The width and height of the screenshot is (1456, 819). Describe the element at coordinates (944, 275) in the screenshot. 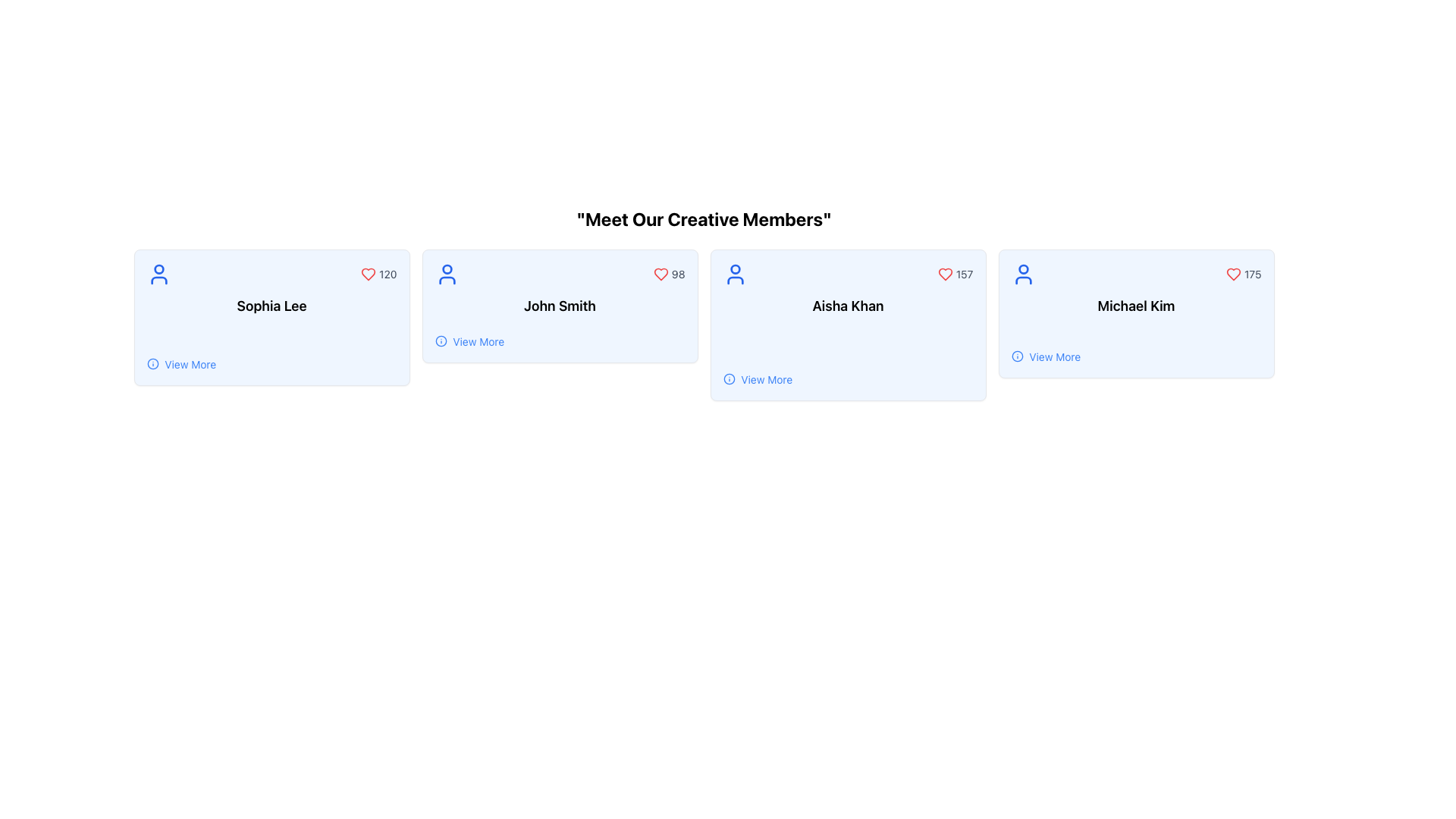

I see `the like icon located at the top-right corner of the card labeled 'Aisha Khan', adjacent to the number '157'` at that location.